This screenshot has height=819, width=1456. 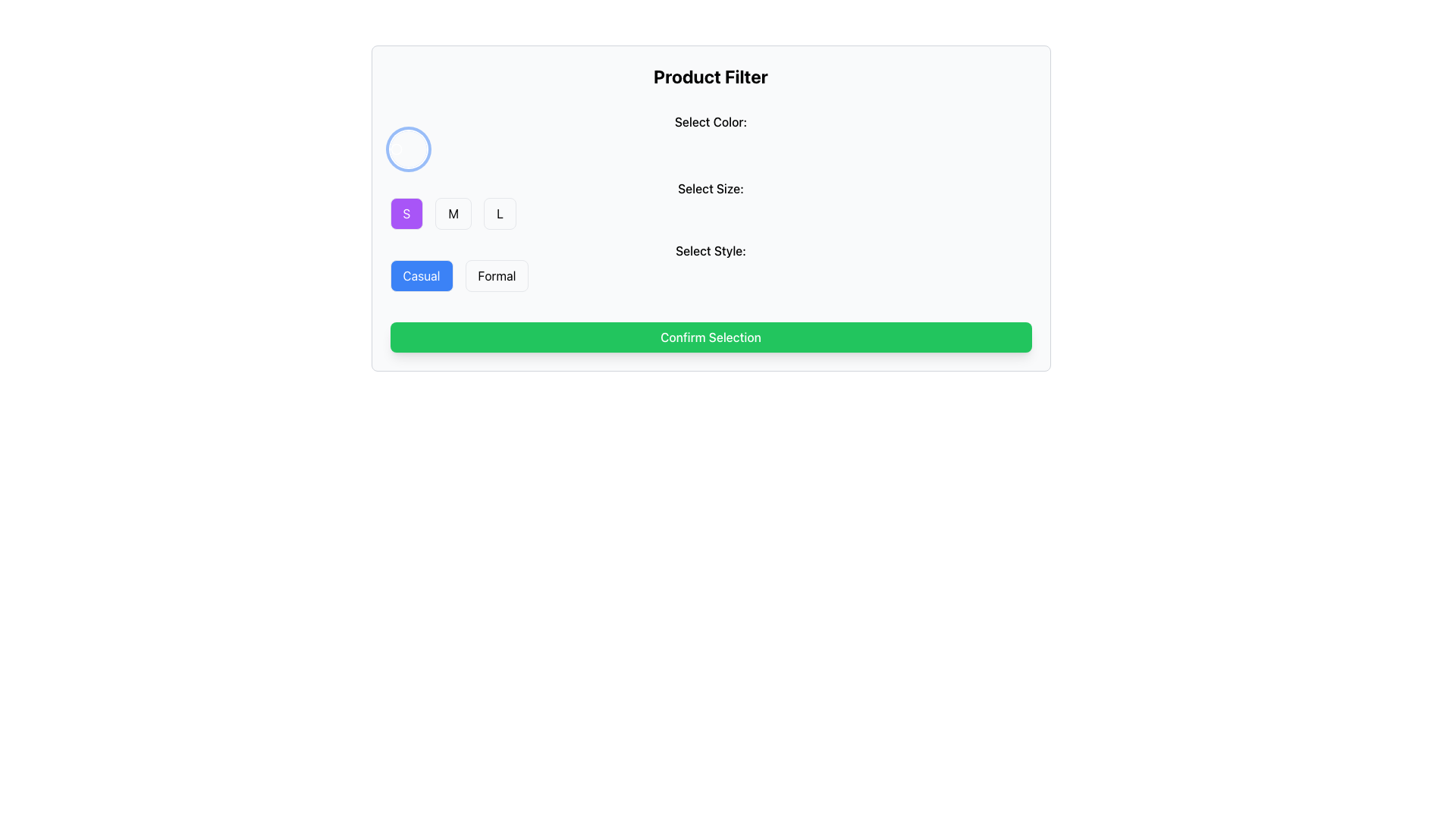 I want to click on the leftmost size selection button labeled 'S' in the 'Select Size' section, so click(x=406, y=213).